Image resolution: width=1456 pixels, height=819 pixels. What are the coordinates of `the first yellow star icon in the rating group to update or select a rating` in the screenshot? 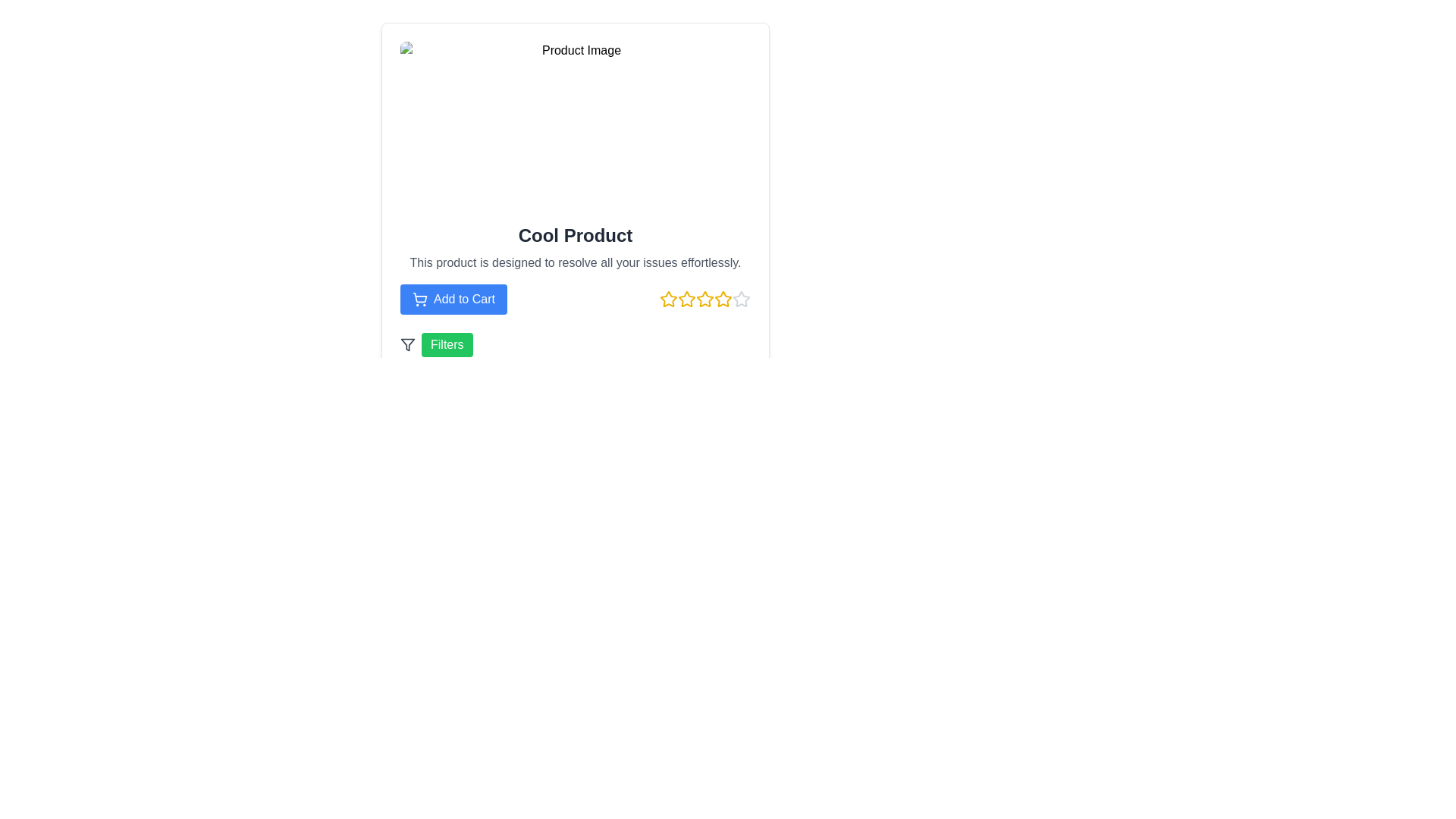 It's located at (668, 299).